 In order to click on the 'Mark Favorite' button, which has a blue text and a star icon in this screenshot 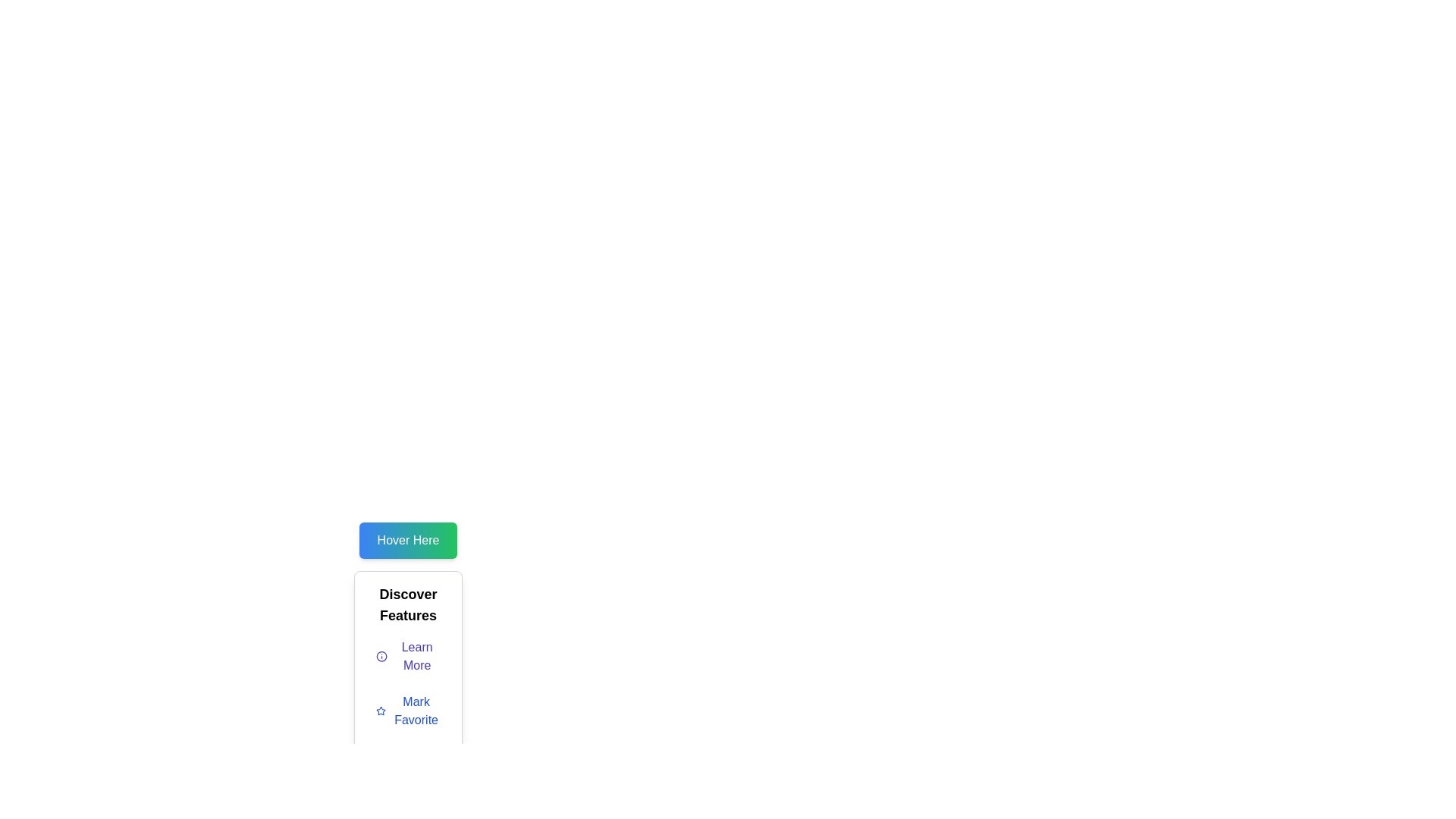, I will do `click(408, 711)`.